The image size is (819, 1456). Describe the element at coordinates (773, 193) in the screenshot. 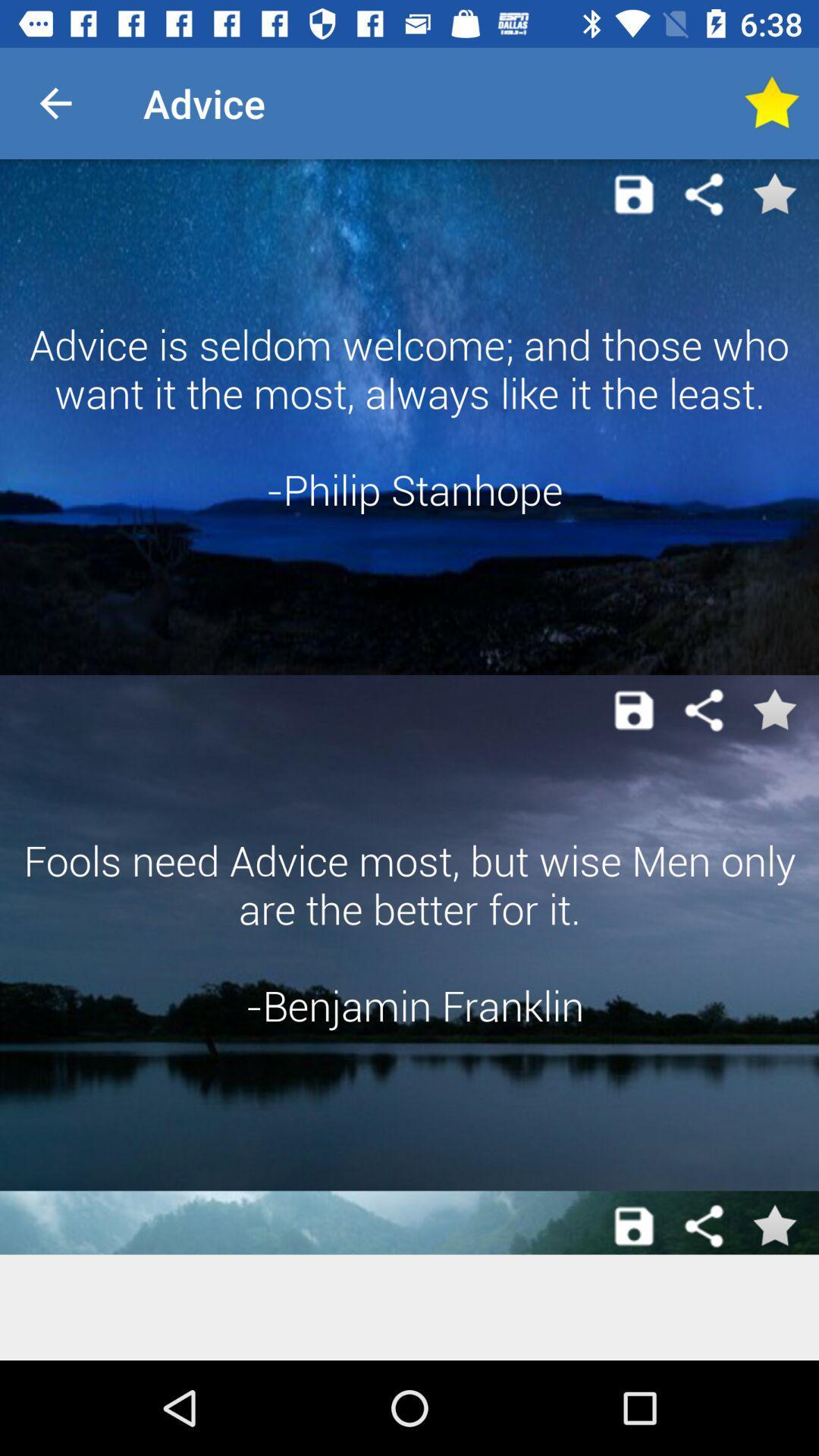

I see `the advice displayed` at that location.